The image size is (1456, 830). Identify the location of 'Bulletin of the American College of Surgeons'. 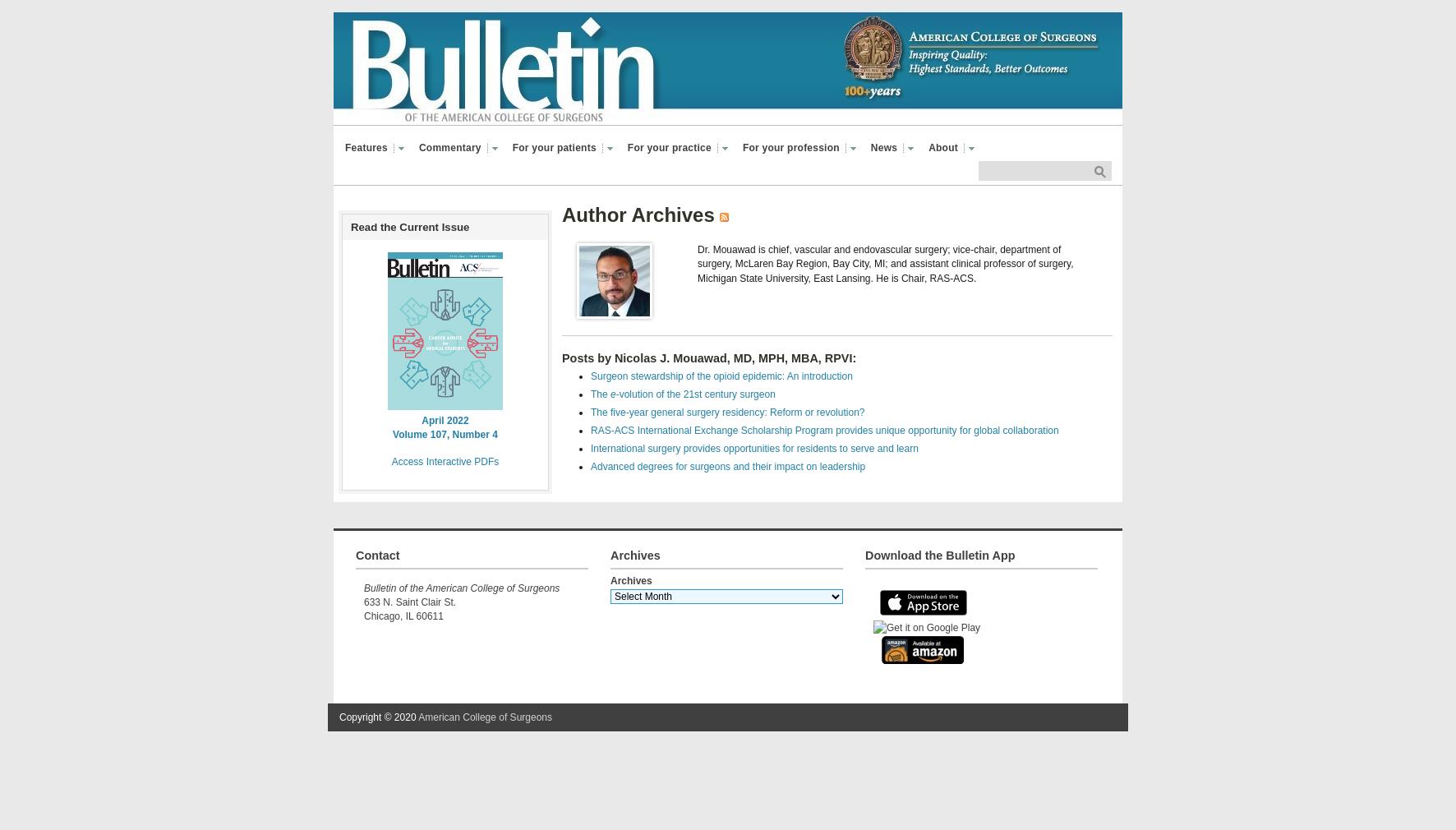
(462, 586).